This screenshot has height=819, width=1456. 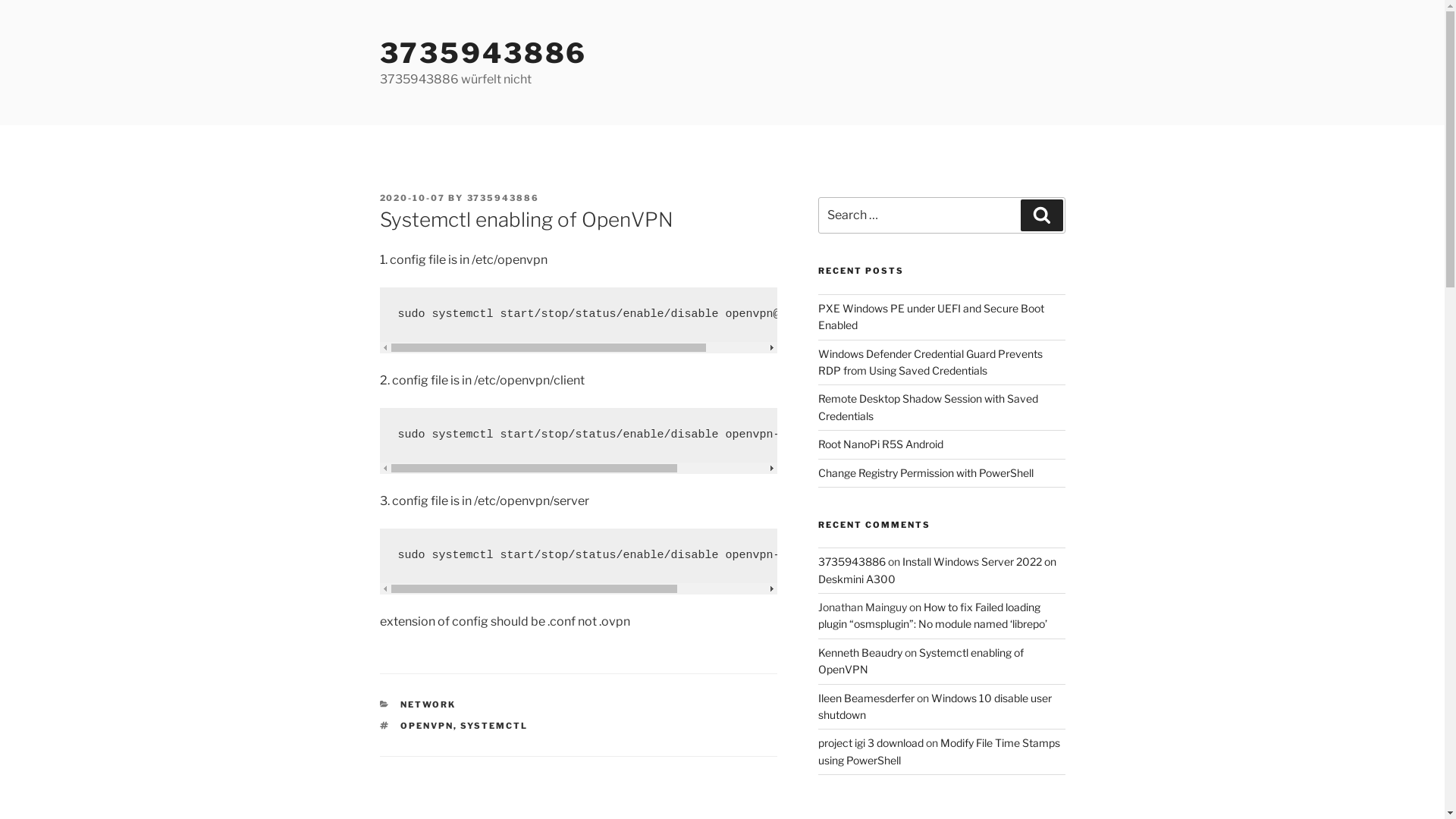 I want to click on 'SYSTEMCTL', so click(x=494, y=724).